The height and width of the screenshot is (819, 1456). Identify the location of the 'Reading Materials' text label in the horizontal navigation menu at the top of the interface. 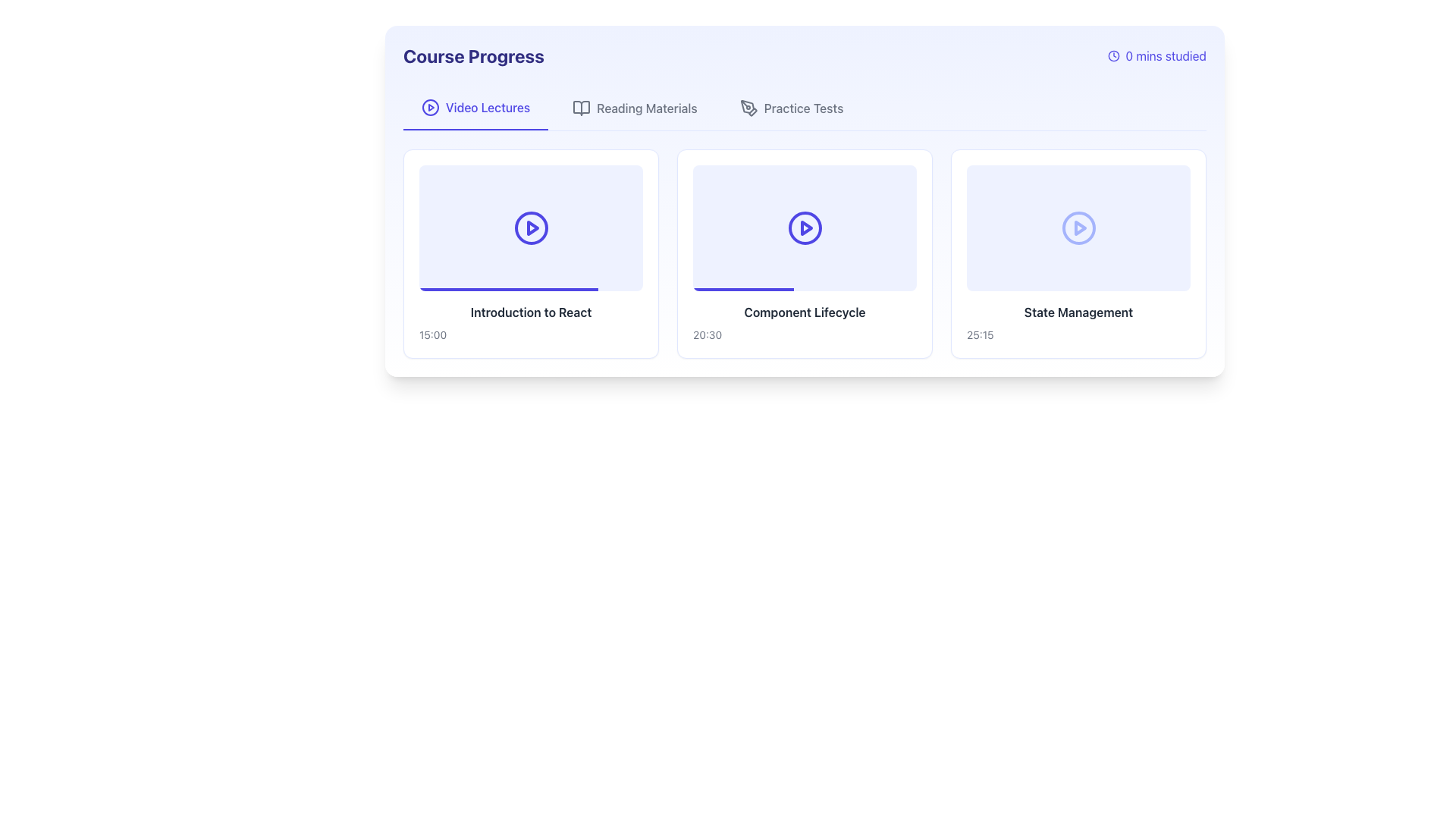
(647, 107).